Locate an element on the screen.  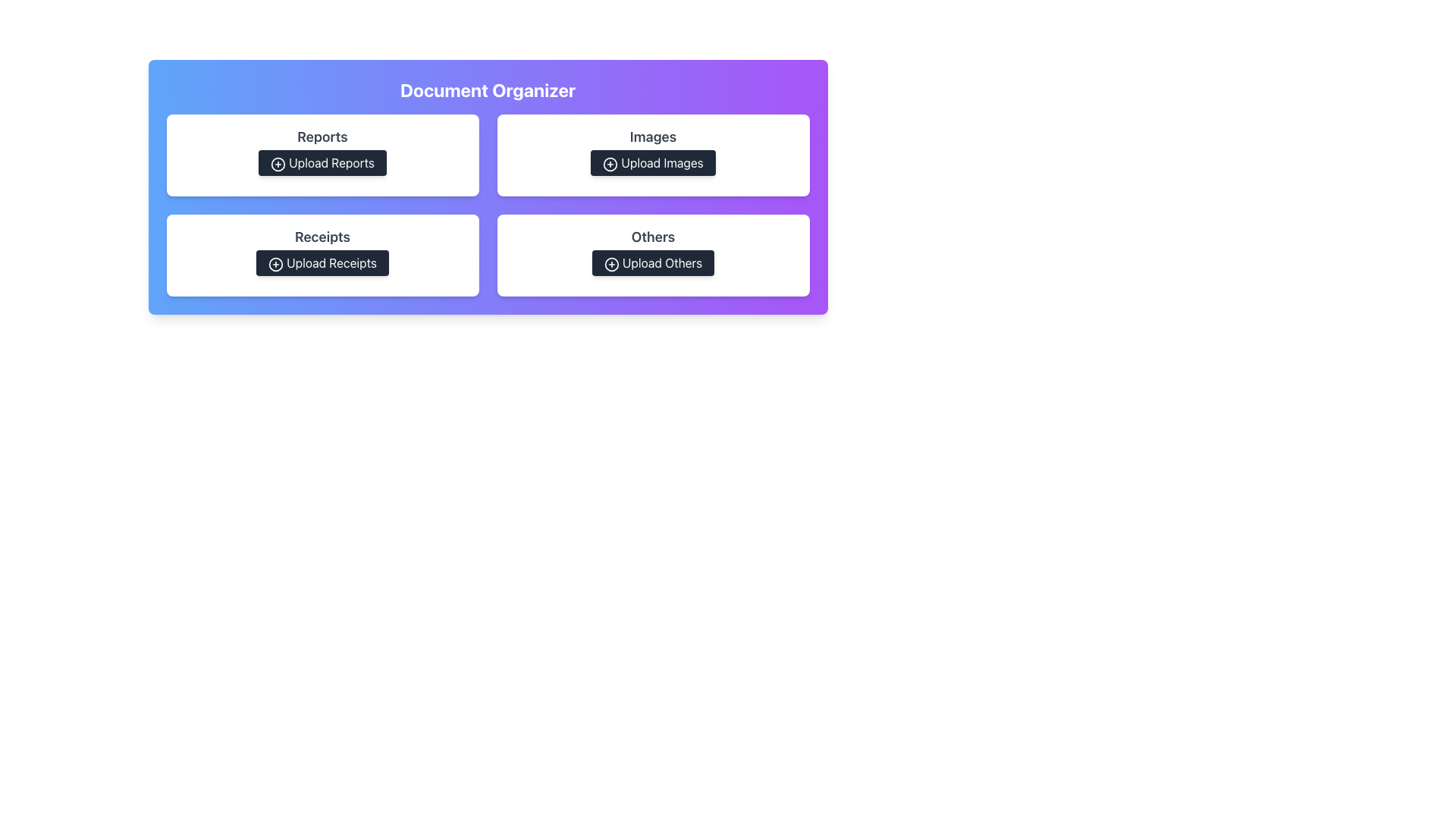
the Text Label that serves as a header for actions related to receipts, located above the 'Upload Receipts' button within a white card in the bottom-left quadrant of the interface is located at coordinates (322, 237).